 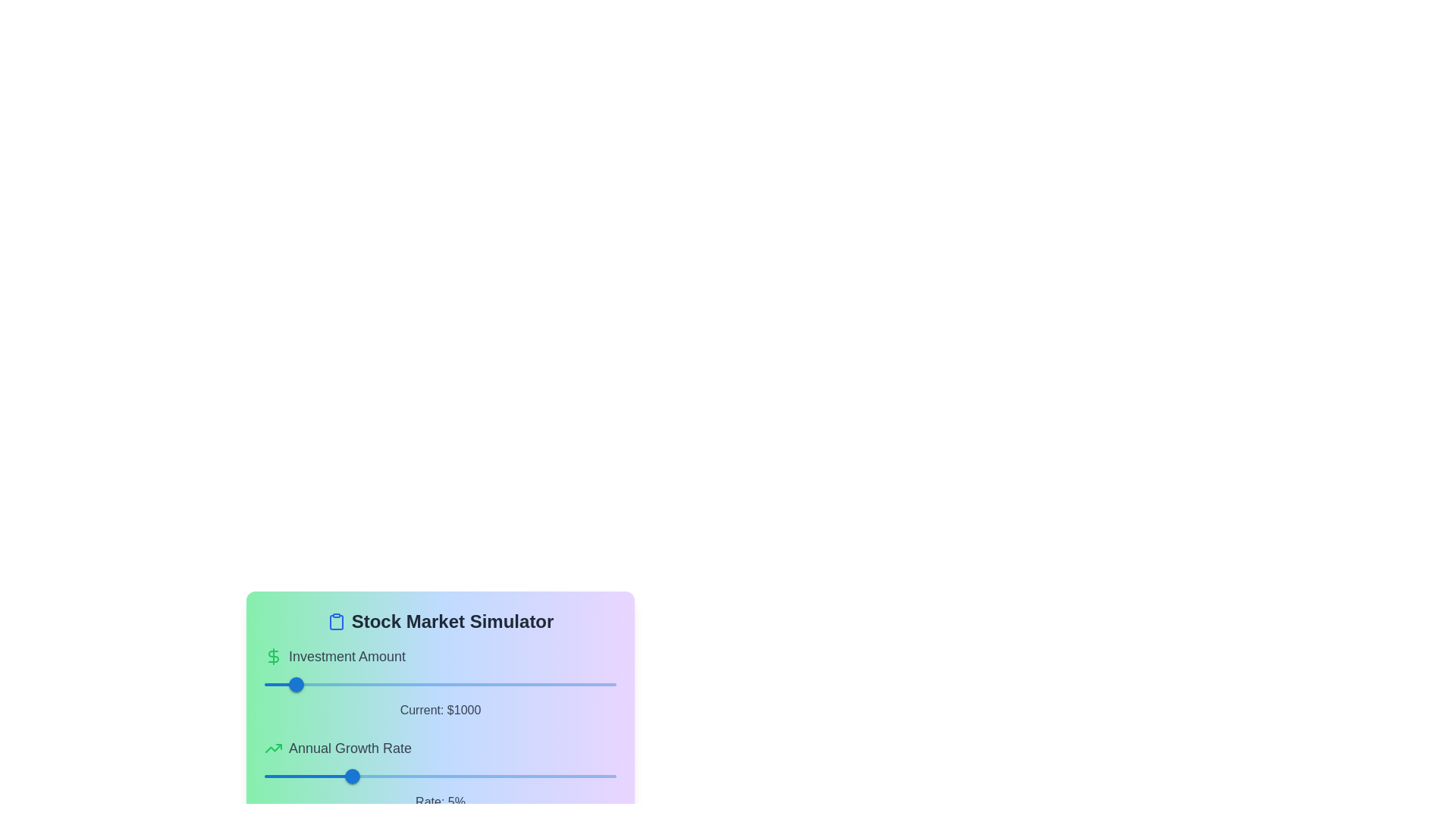 What do you see at coordinates (388, 776) in the screenshot?
I see `the annual growth rate` at bounding box center [388, 776].